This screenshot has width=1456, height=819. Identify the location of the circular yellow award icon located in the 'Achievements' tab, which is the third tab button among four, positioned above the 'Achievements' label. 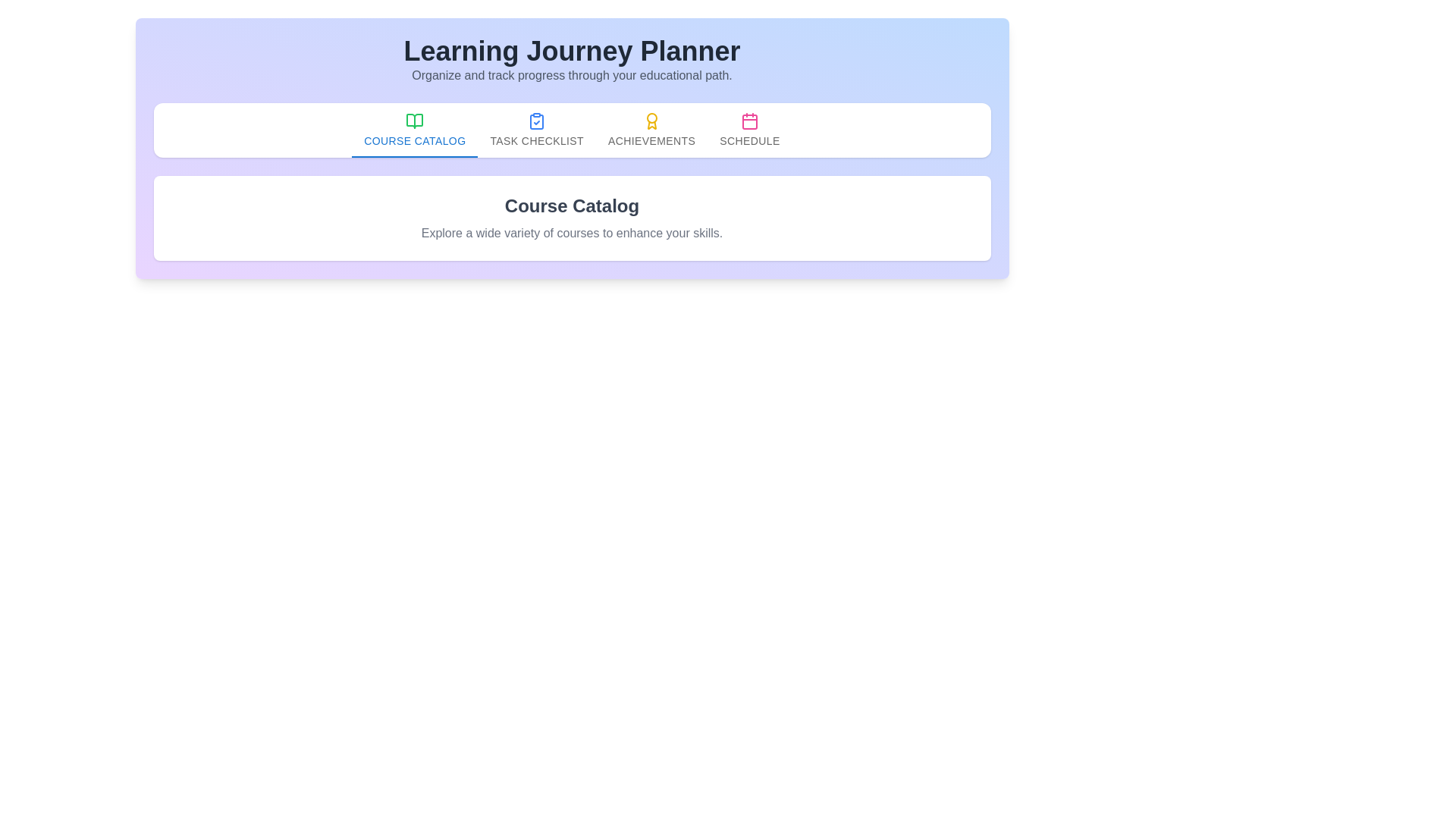
(651, 121).